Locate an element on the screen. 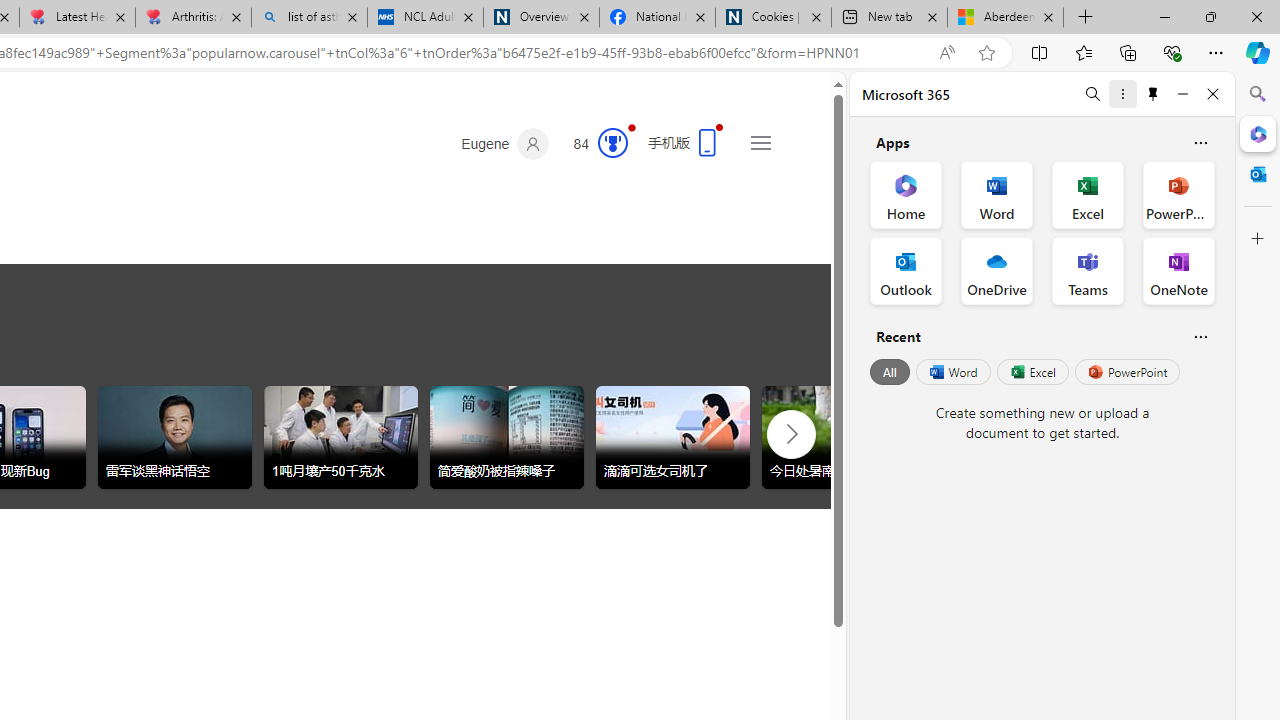  'Aberdeen, Hong Kong SAR hourly forecast | Microsoft Weather' is located at coordinates (1006, 17).